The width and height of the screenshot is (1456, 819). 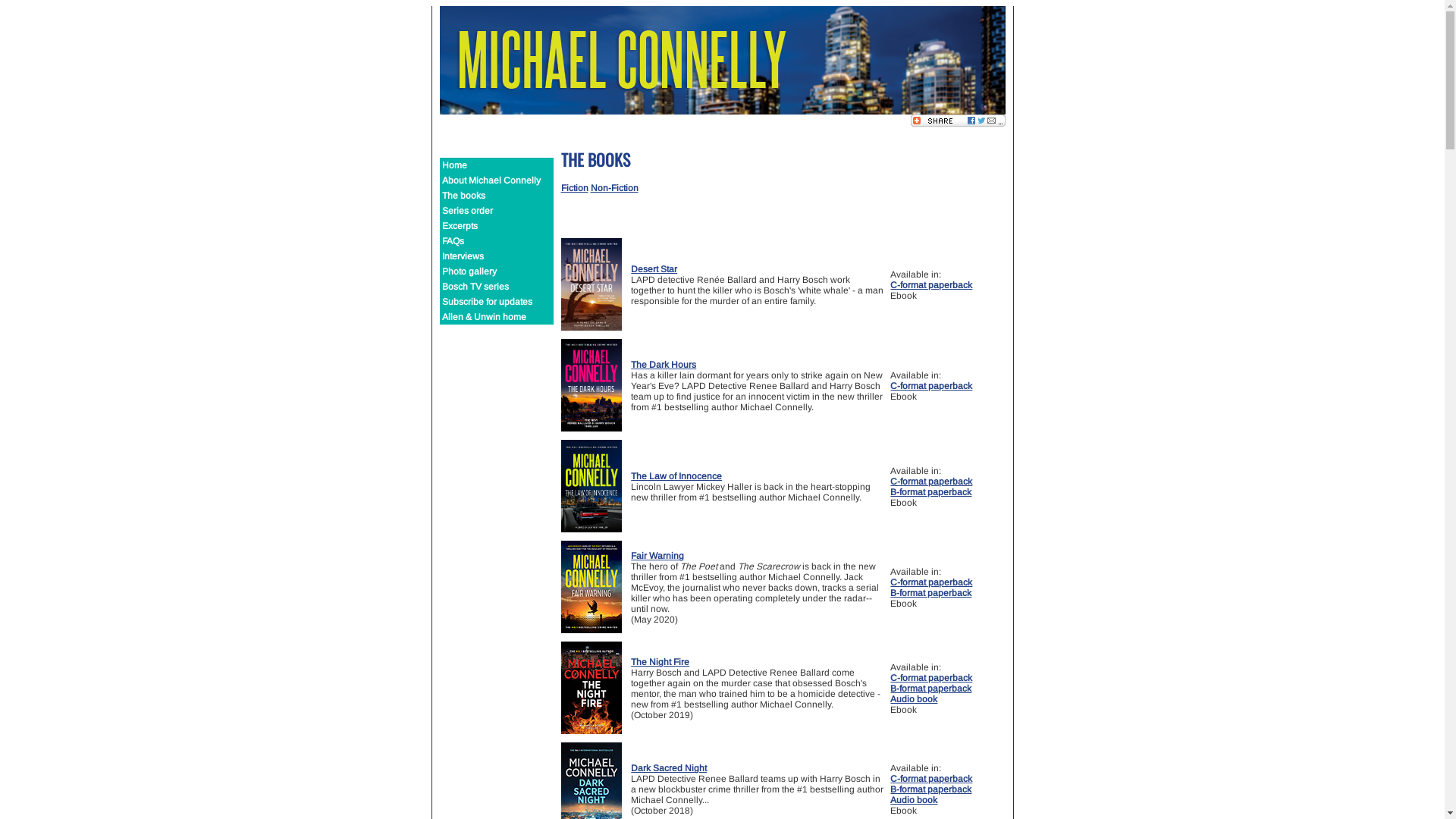 What do you see at coordinates (496, 195) in the screenshot?
I see `'The books'` at bounding box center [496, 195].